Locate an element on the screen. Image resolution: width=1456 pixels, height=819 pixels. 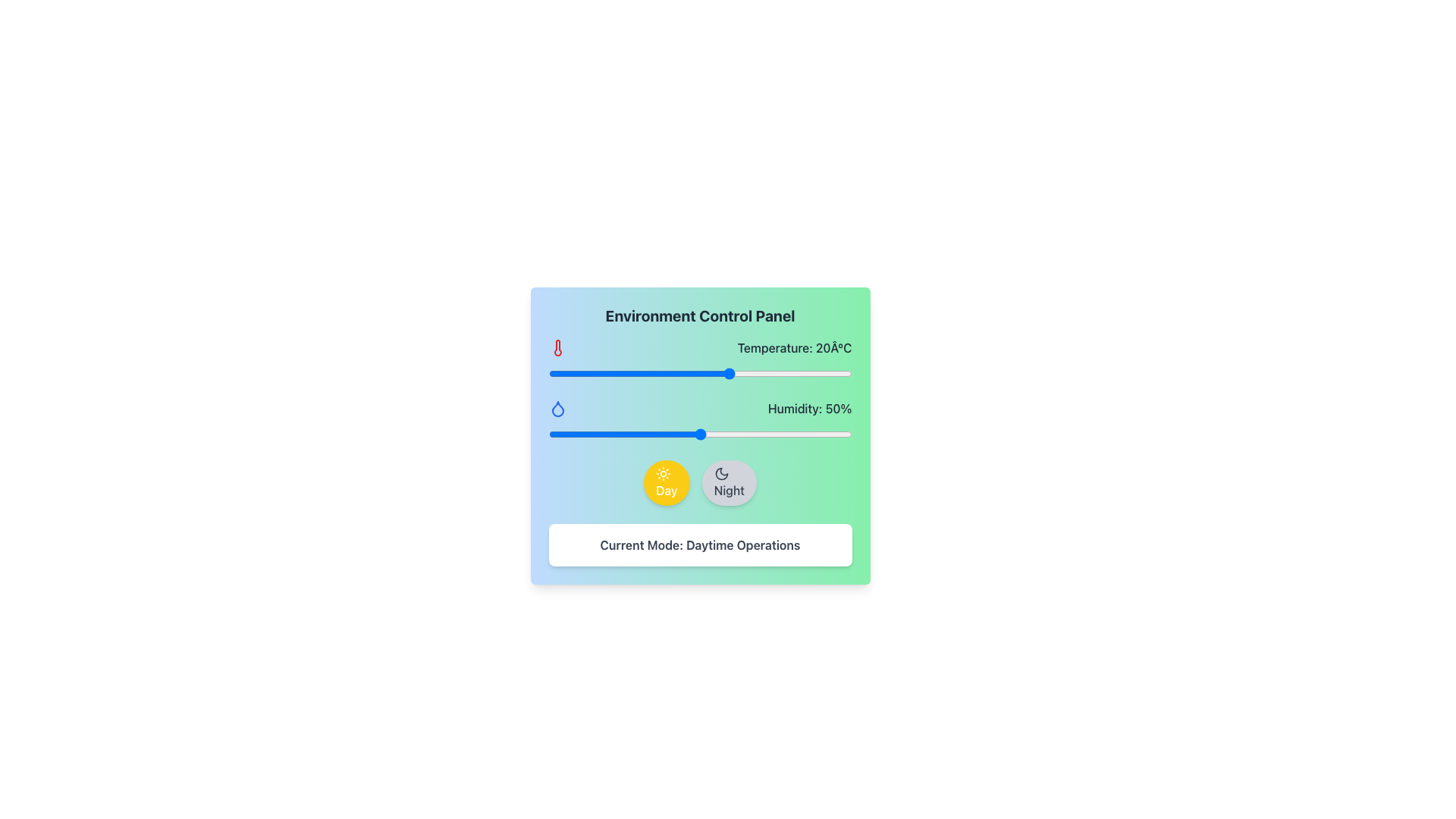
the temperature is located at coordinates (821, 374).